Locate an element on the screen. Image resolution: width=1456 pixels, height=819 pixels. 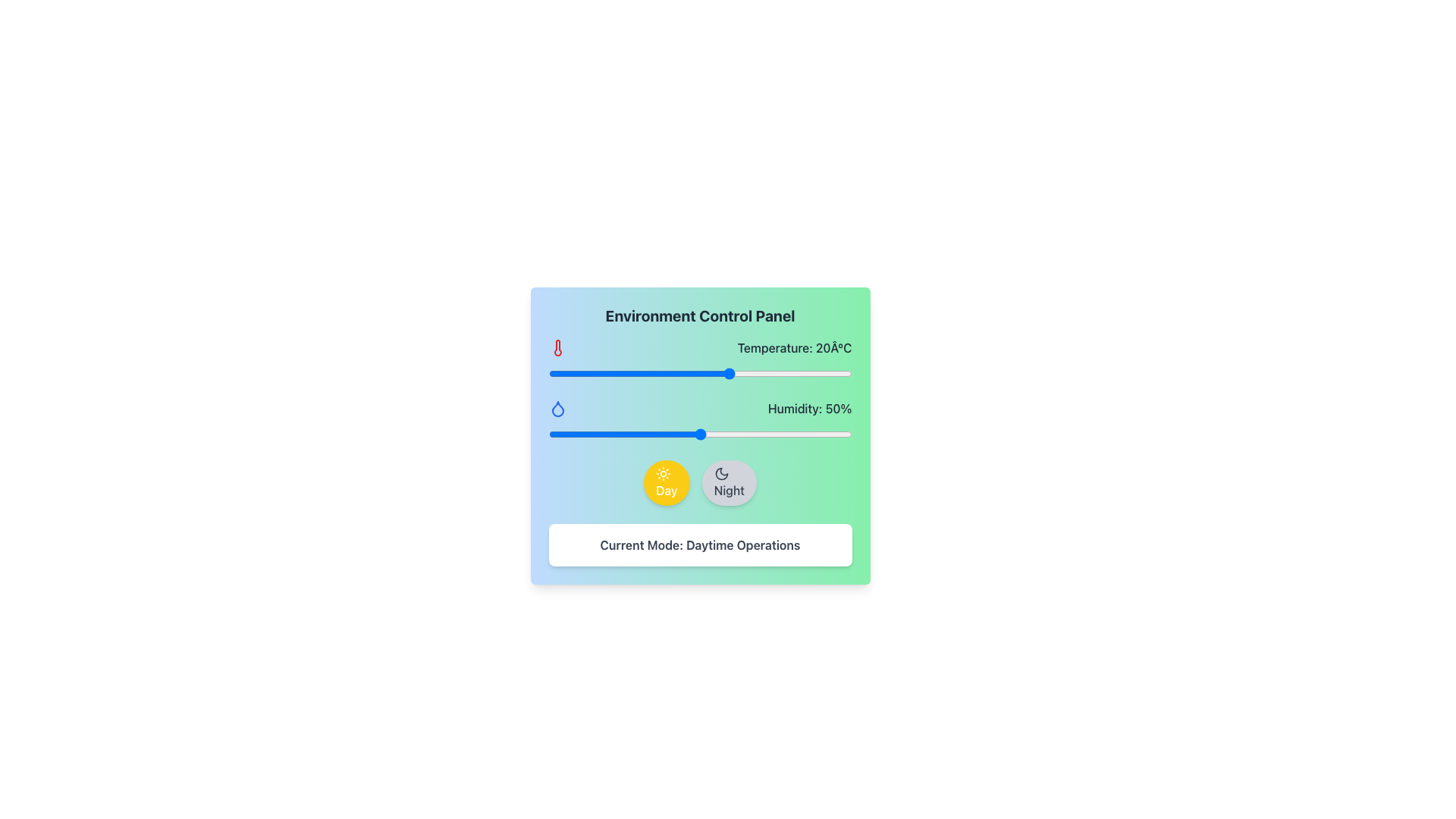
the temperature is located at coordinates (821, 374).